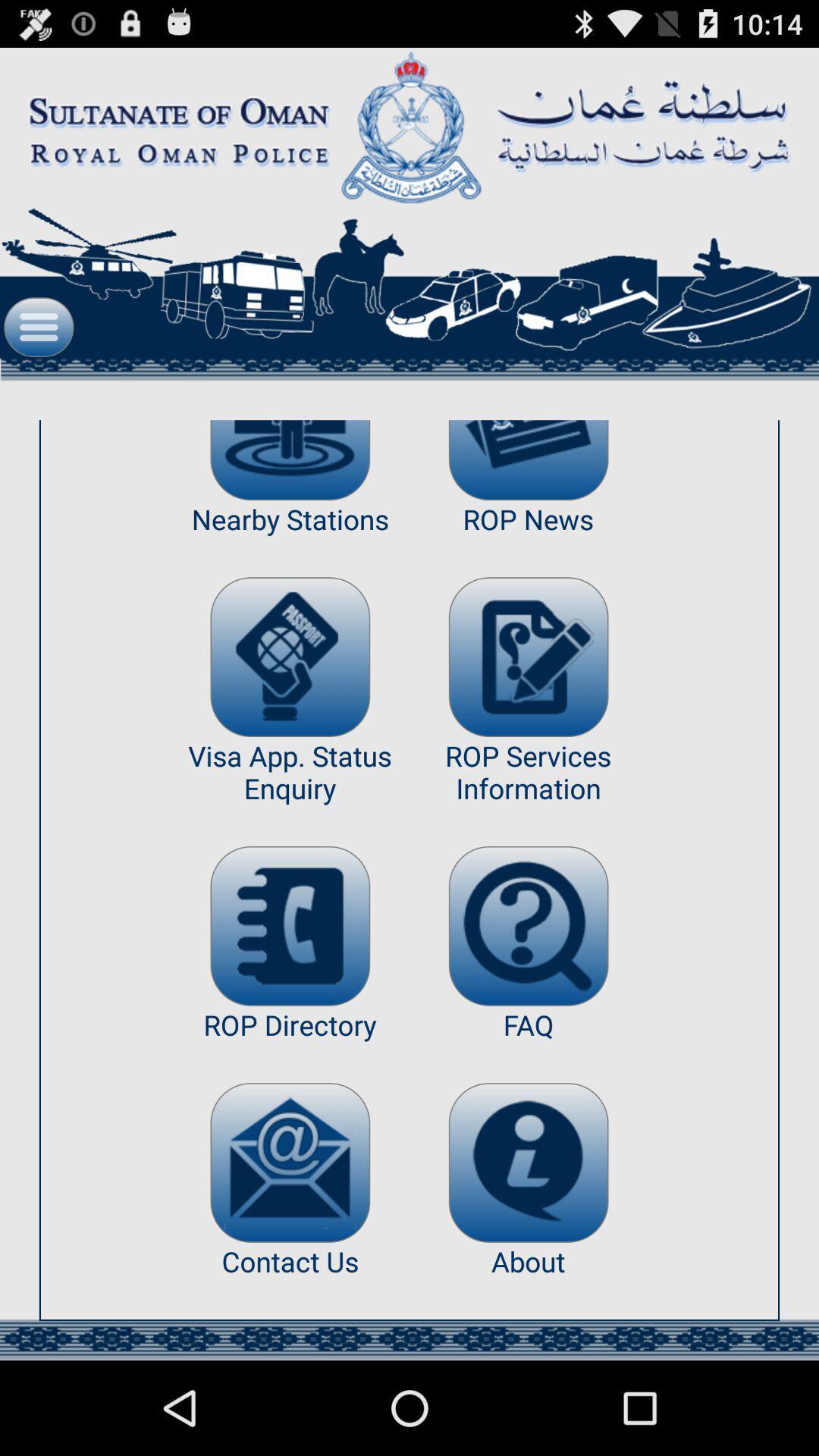 This screenshot has width=819, height=1456. Describe the element at coordinates (290, 460) in the screenshot. I see `nearby stations` at that location.